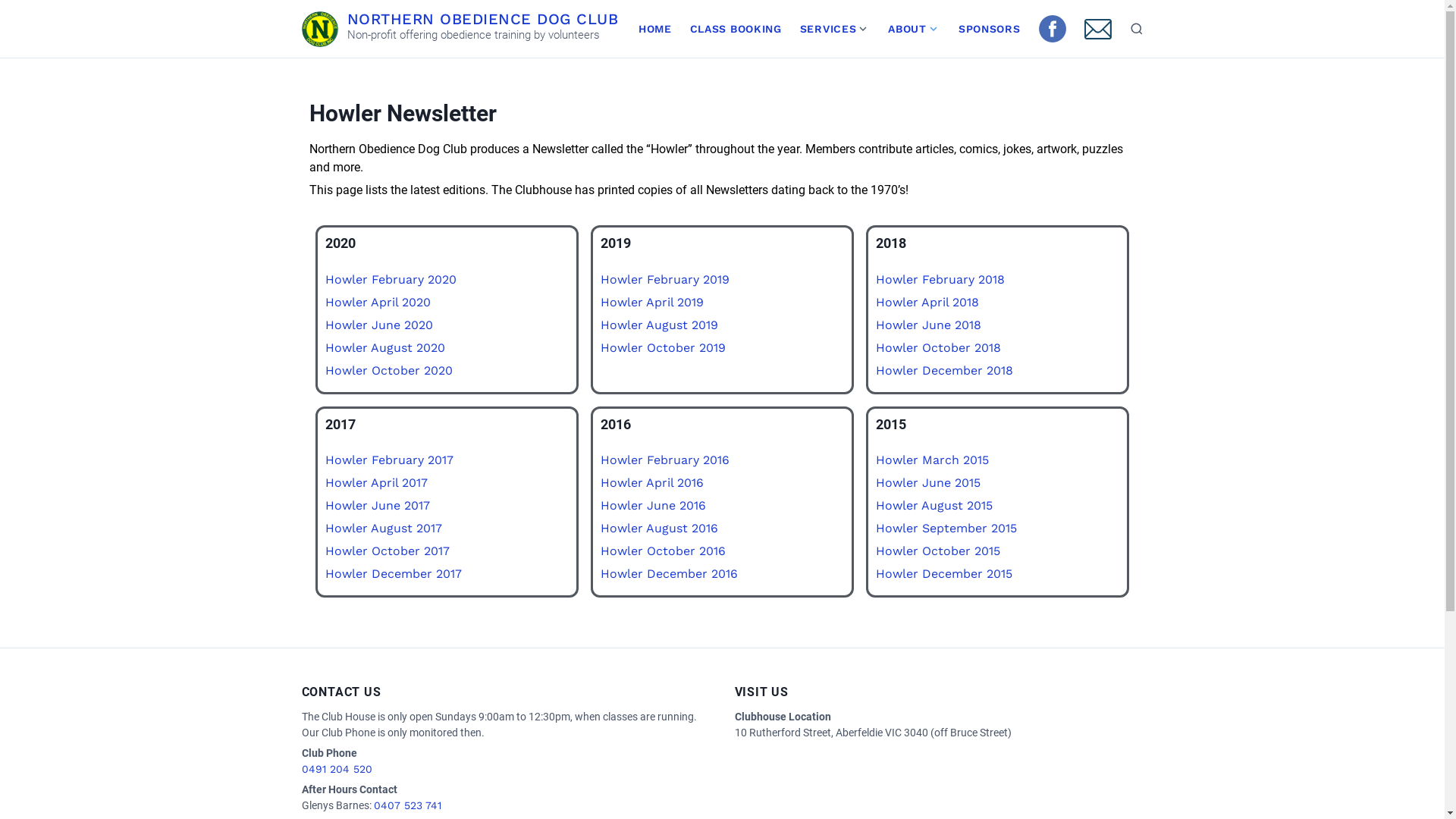 Image resolution: width=1456 pixels, height=819 pixels. What do you see at coordinates (943, 369) in the screenshot?
I see `'Howler December 2018'` at bounding box center [943, 369].